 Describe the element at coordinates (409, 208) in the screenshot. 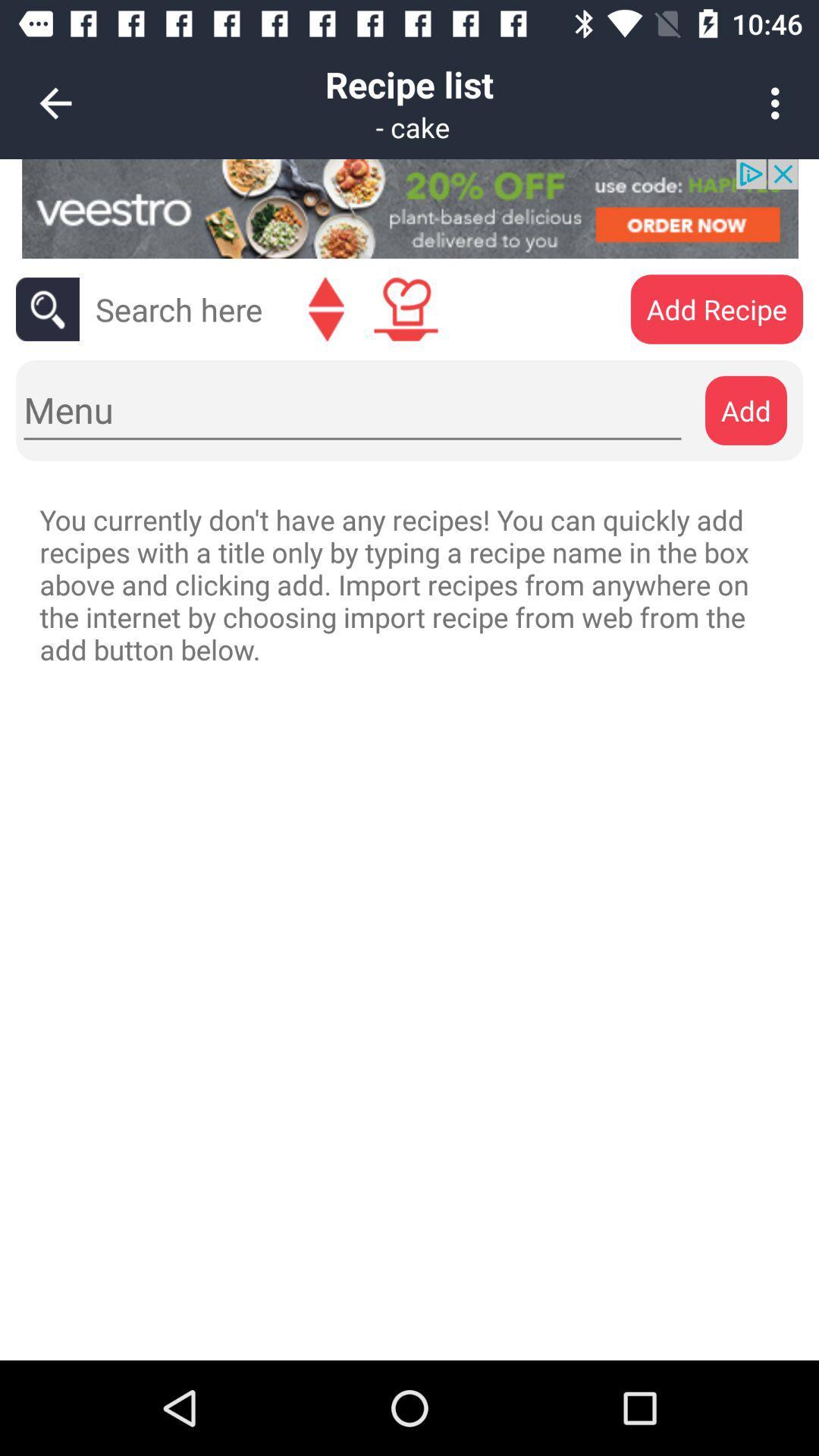

I see `advertisement` at that location.